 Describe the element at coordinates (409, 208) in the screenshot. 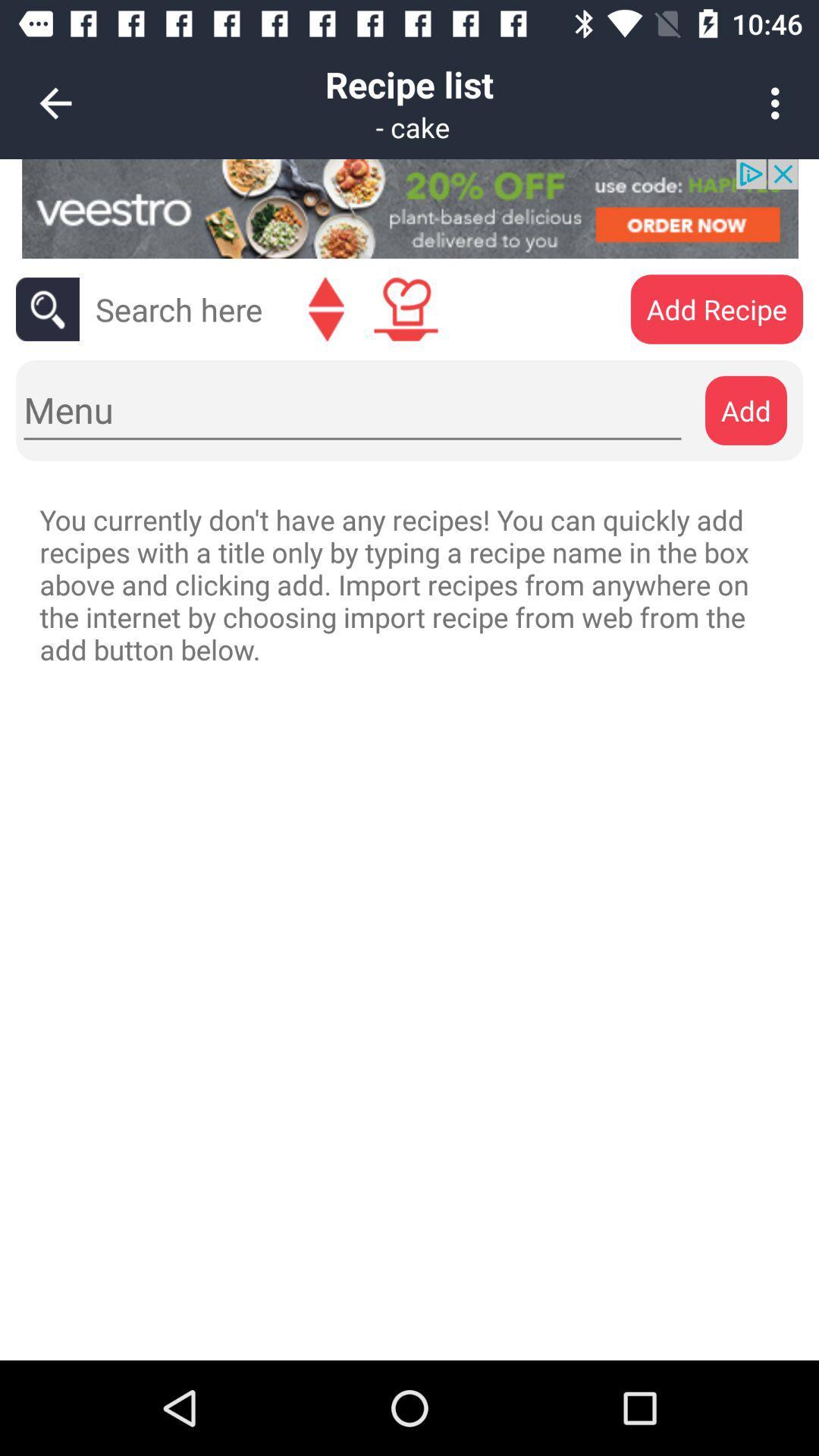

I see `advertisement` at that location.